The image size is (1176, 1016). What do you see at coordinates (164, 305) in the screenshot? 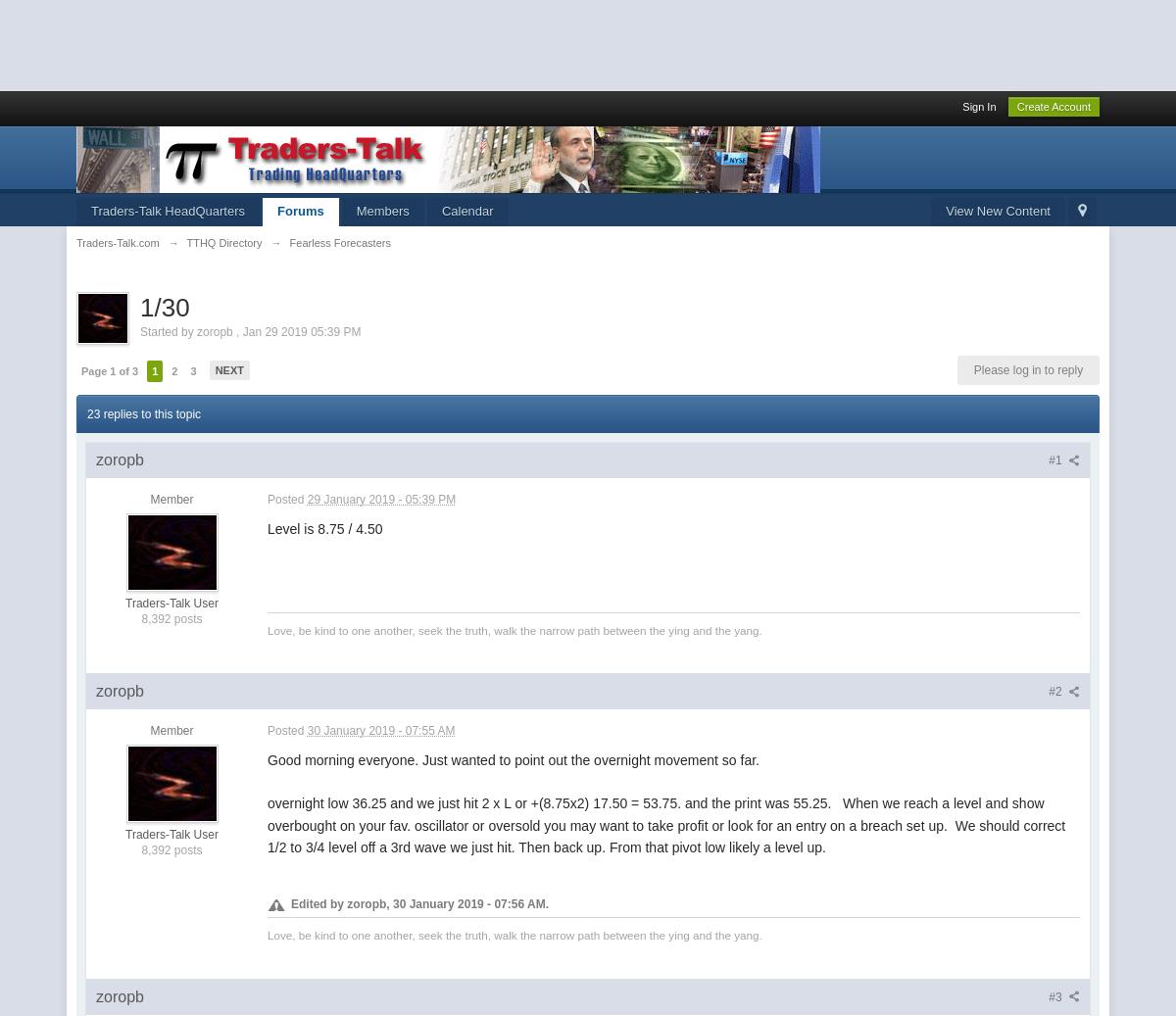
I see `'1/30'` at bounding box center [164, 305].